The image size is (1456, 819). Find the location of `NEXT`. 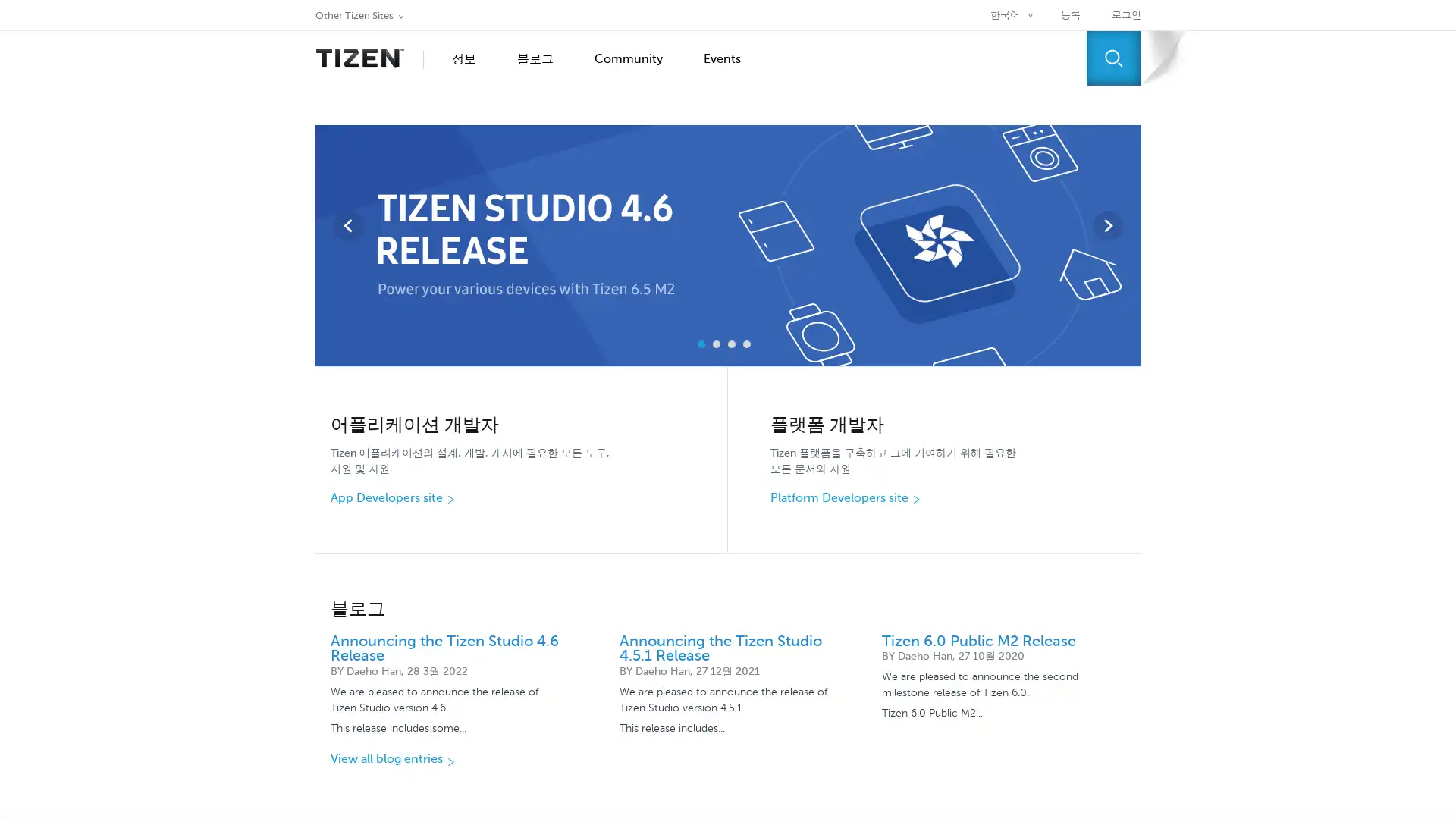

NEXT is located at coordinates (1106, 225).